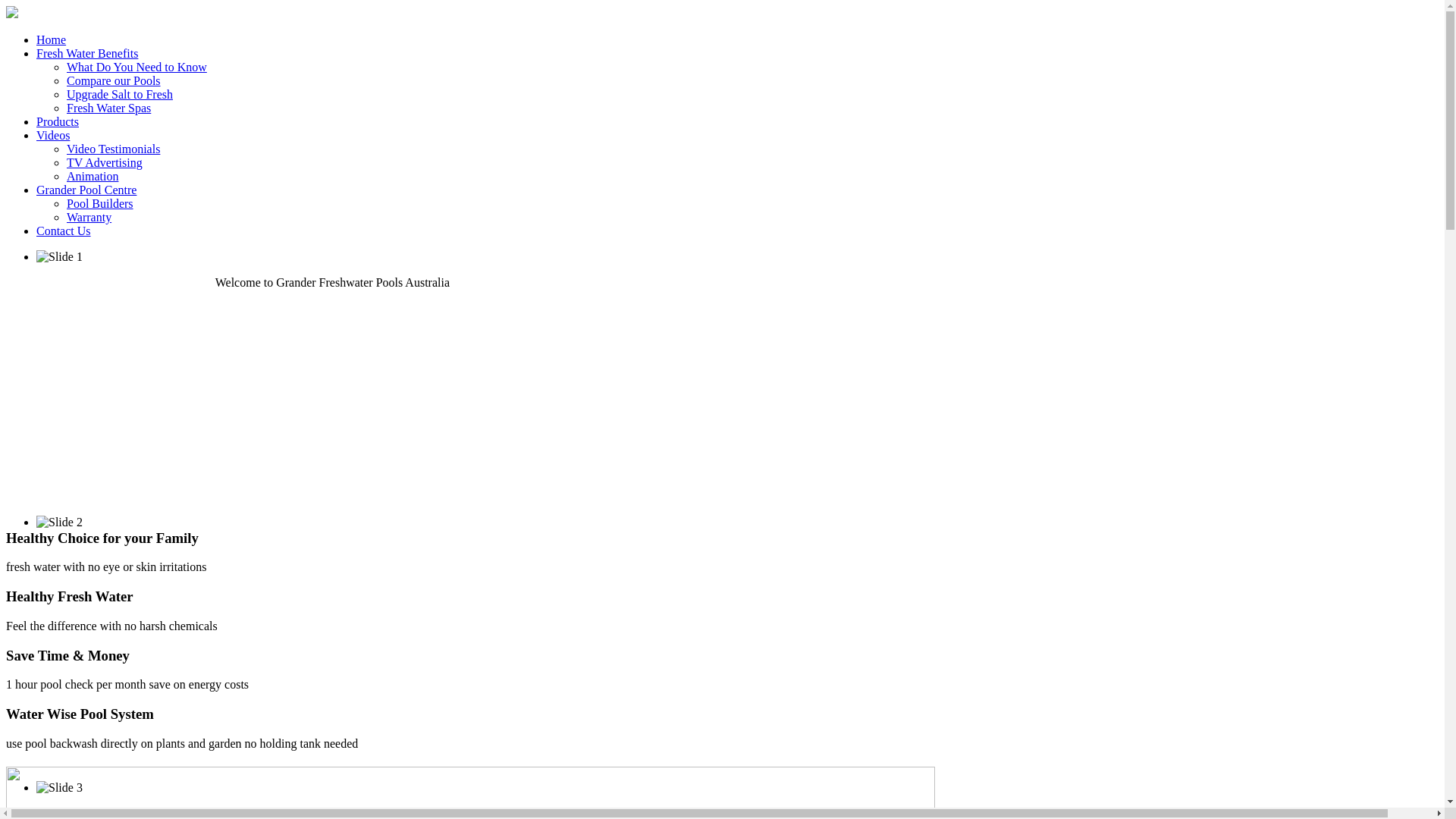 This screenshot has width=1456, height=819. I want to click on 'Upgrade Salt to Fresh', so click(119, 94).